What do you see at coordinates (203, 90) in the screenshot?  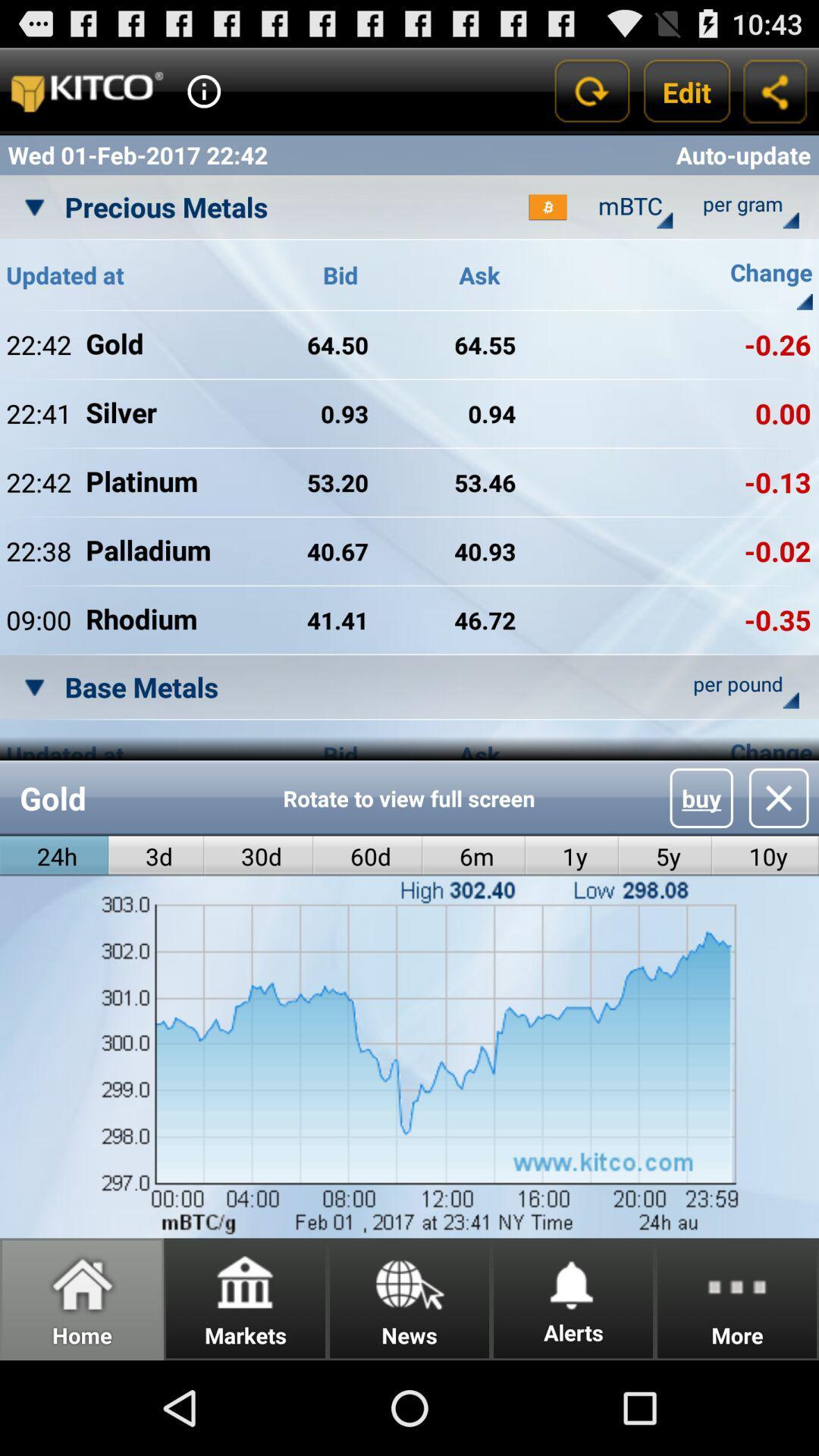 I see `show info` at bounding box center [203, 90].